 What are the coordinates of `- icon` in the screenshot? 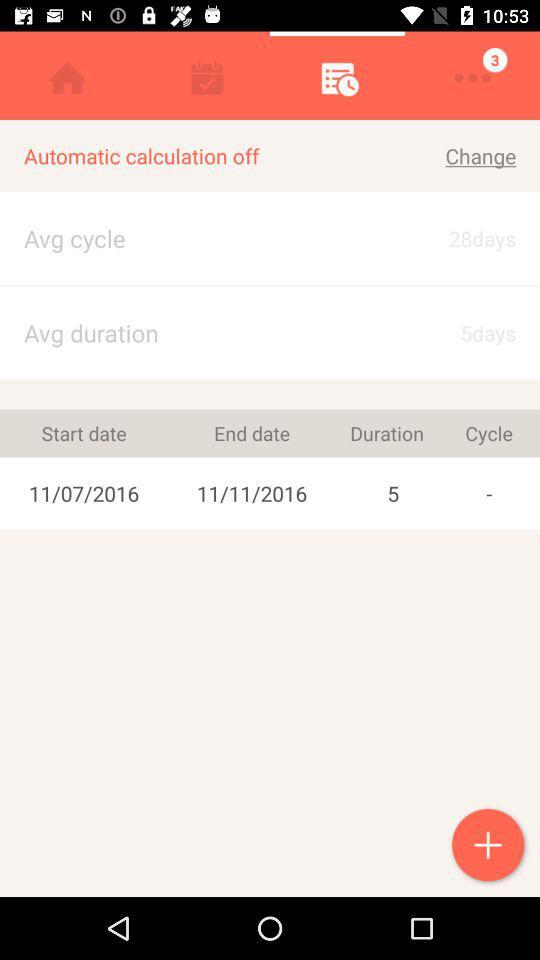 It's located at (488, 492).